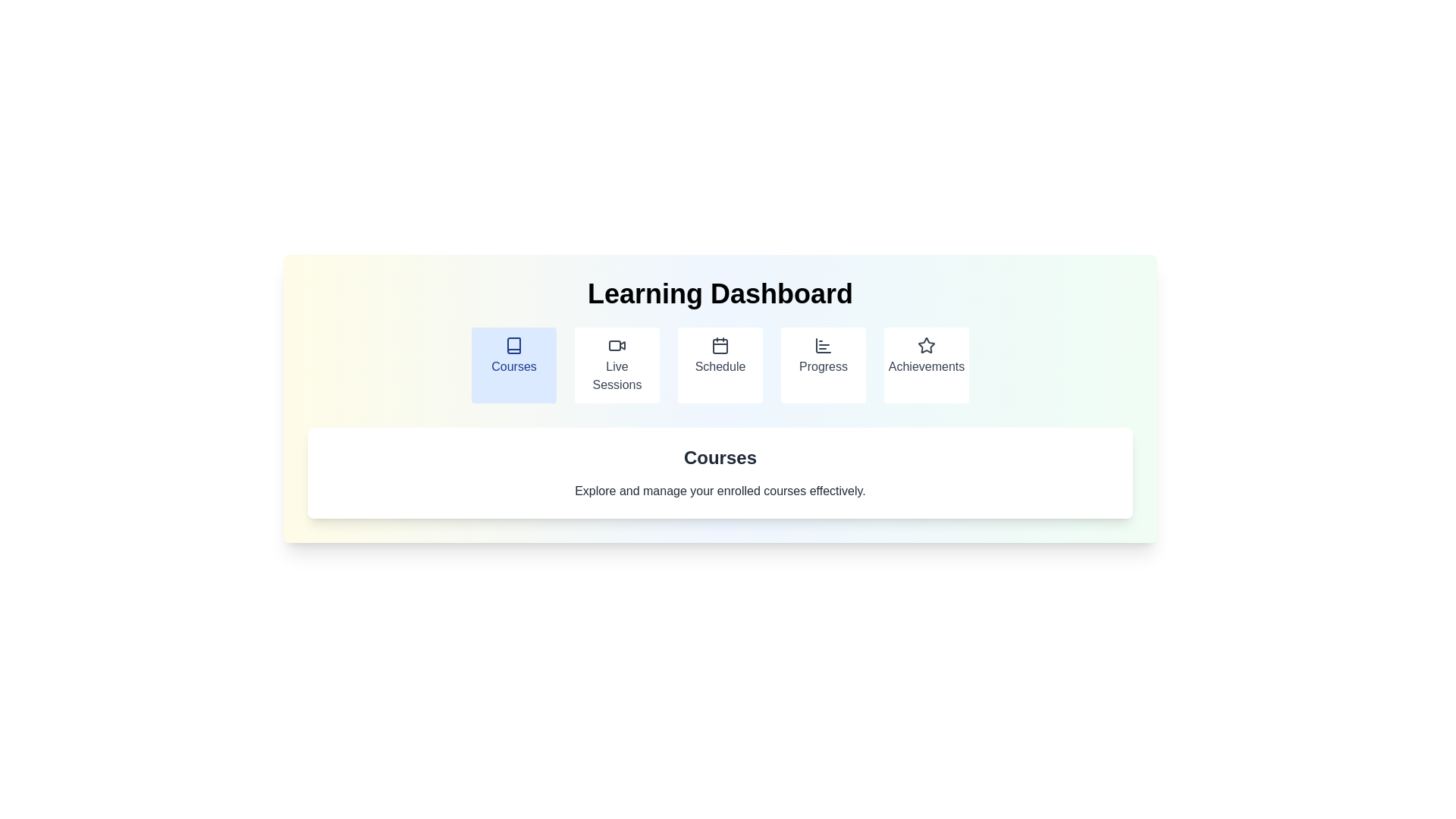  I want to click on the 'Achievements' navigation button, which is the fifth button in a group of five horizontally aligned buttons, so click(926, 366).